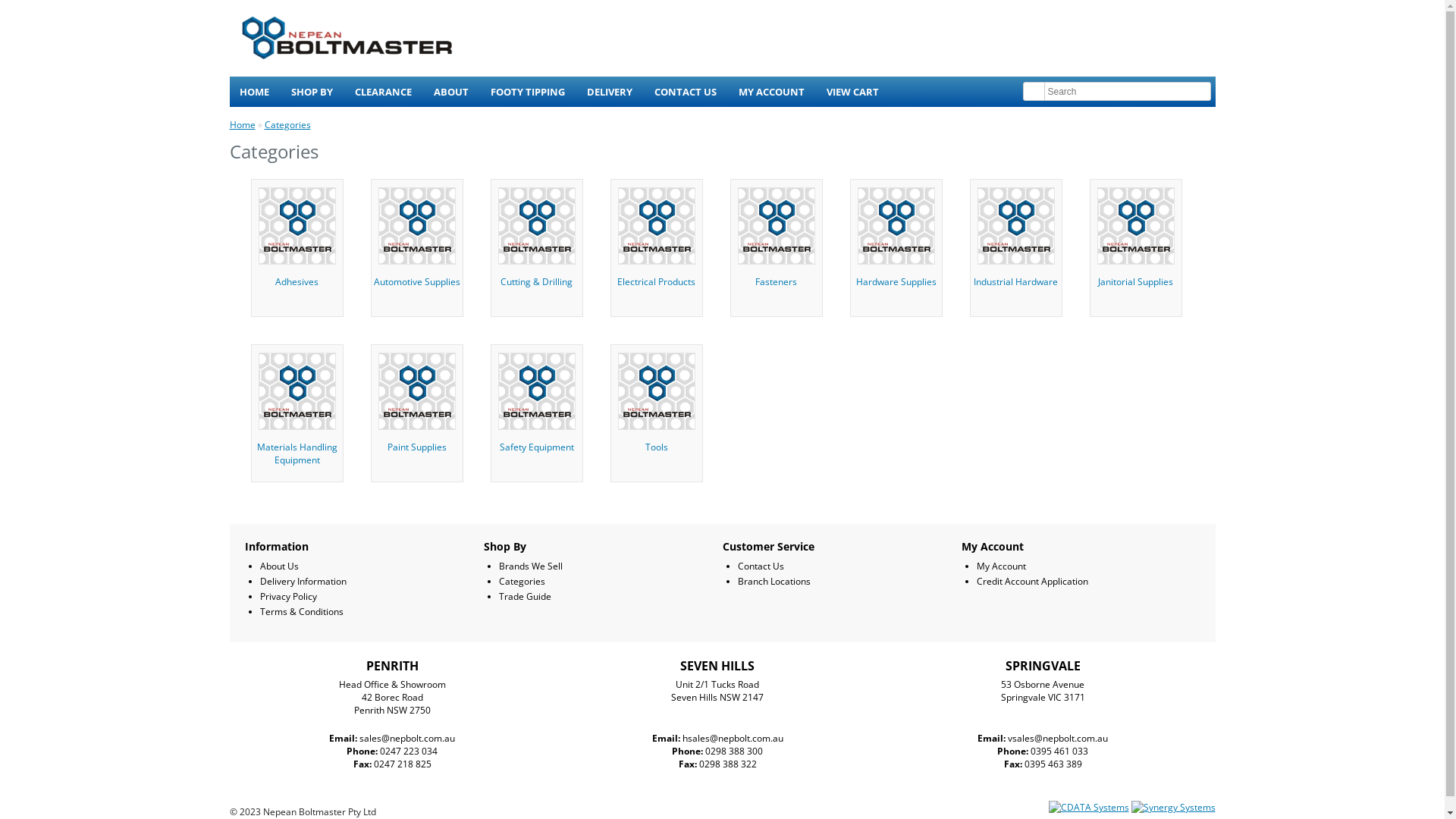  Describe the element at coordinates (770, 91) in the screenshot. I see `'MY ACCOUNT'` at that location.